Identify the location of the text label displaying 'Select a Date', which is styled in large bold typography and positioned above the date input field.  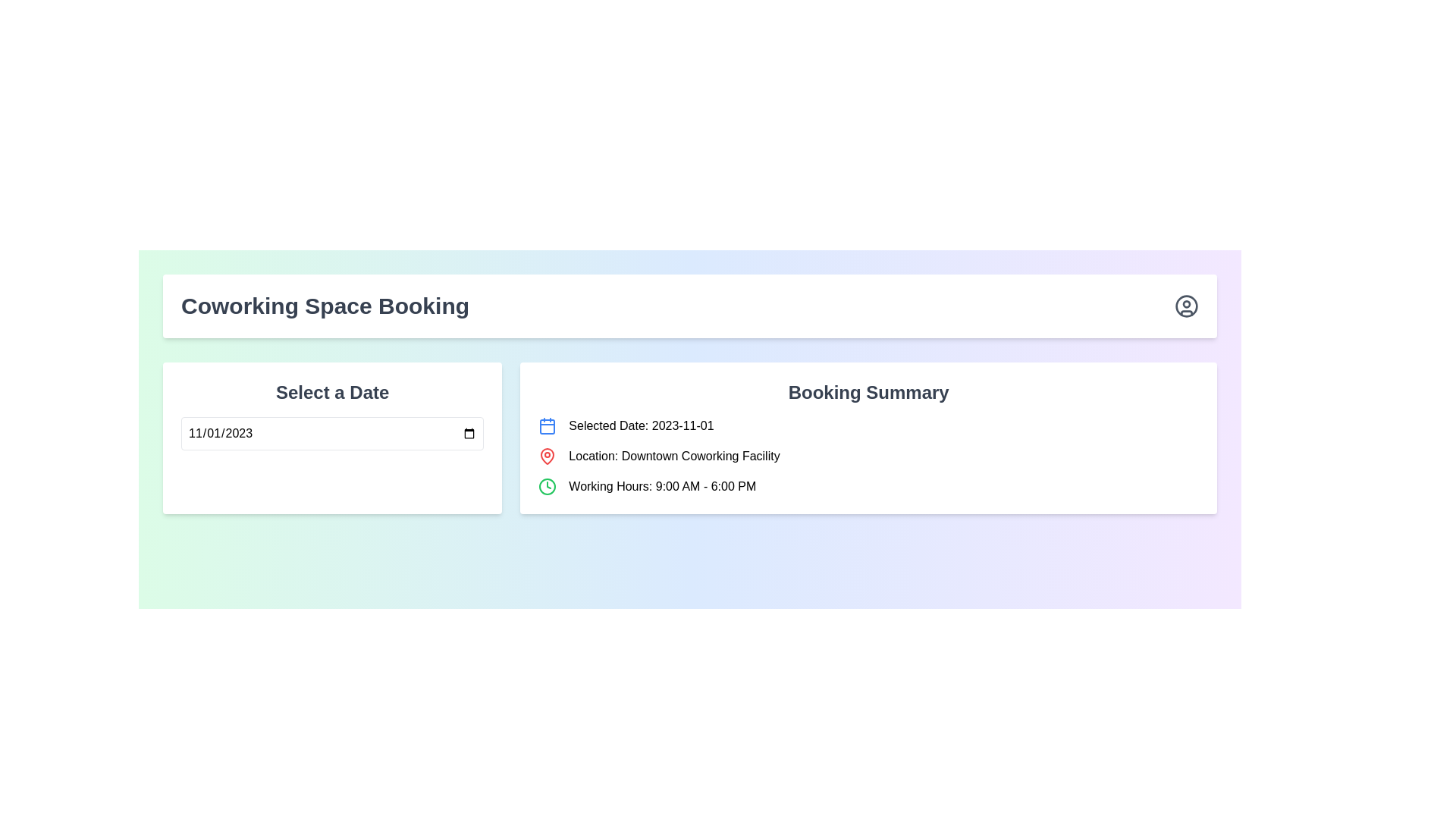
(331, 391).